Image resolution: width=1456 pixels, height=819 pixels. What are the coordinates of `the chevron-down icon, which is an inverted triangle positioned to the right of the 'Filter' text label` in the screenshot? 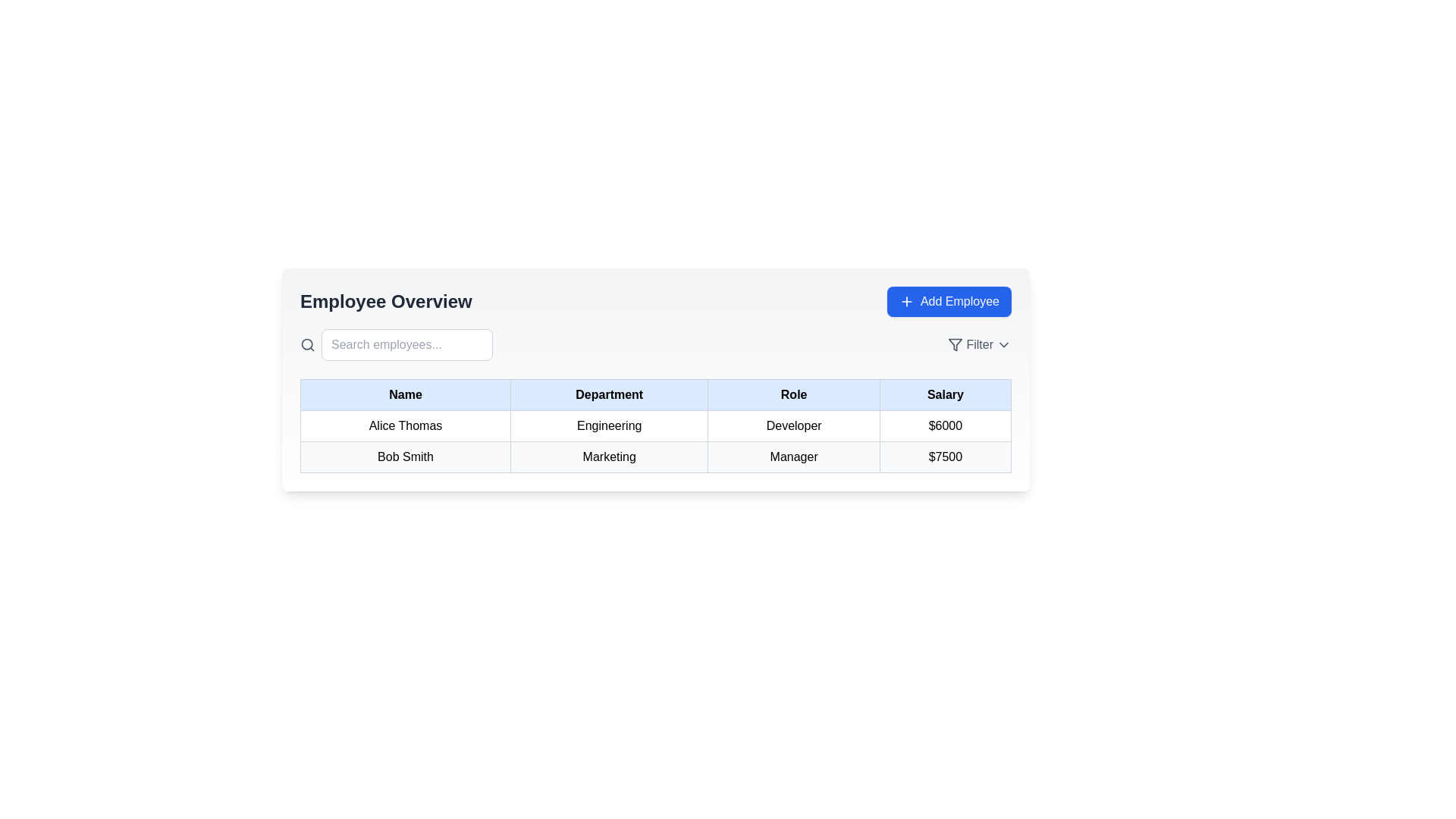 It's located at (1004, 345).